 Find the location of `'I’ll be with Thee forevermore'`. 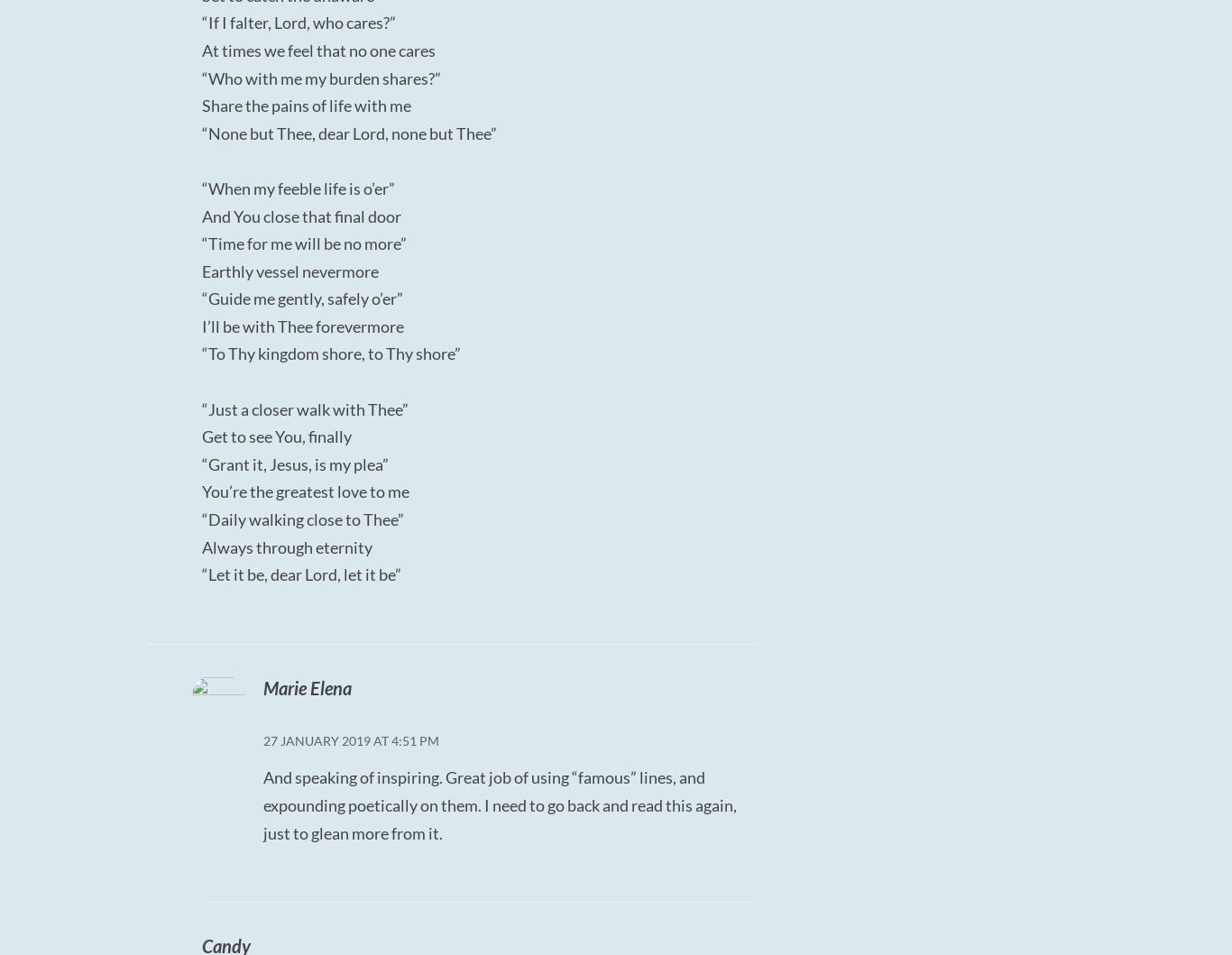

'I’ll be with Thee forevermore' is located at coordinates (303, 325).